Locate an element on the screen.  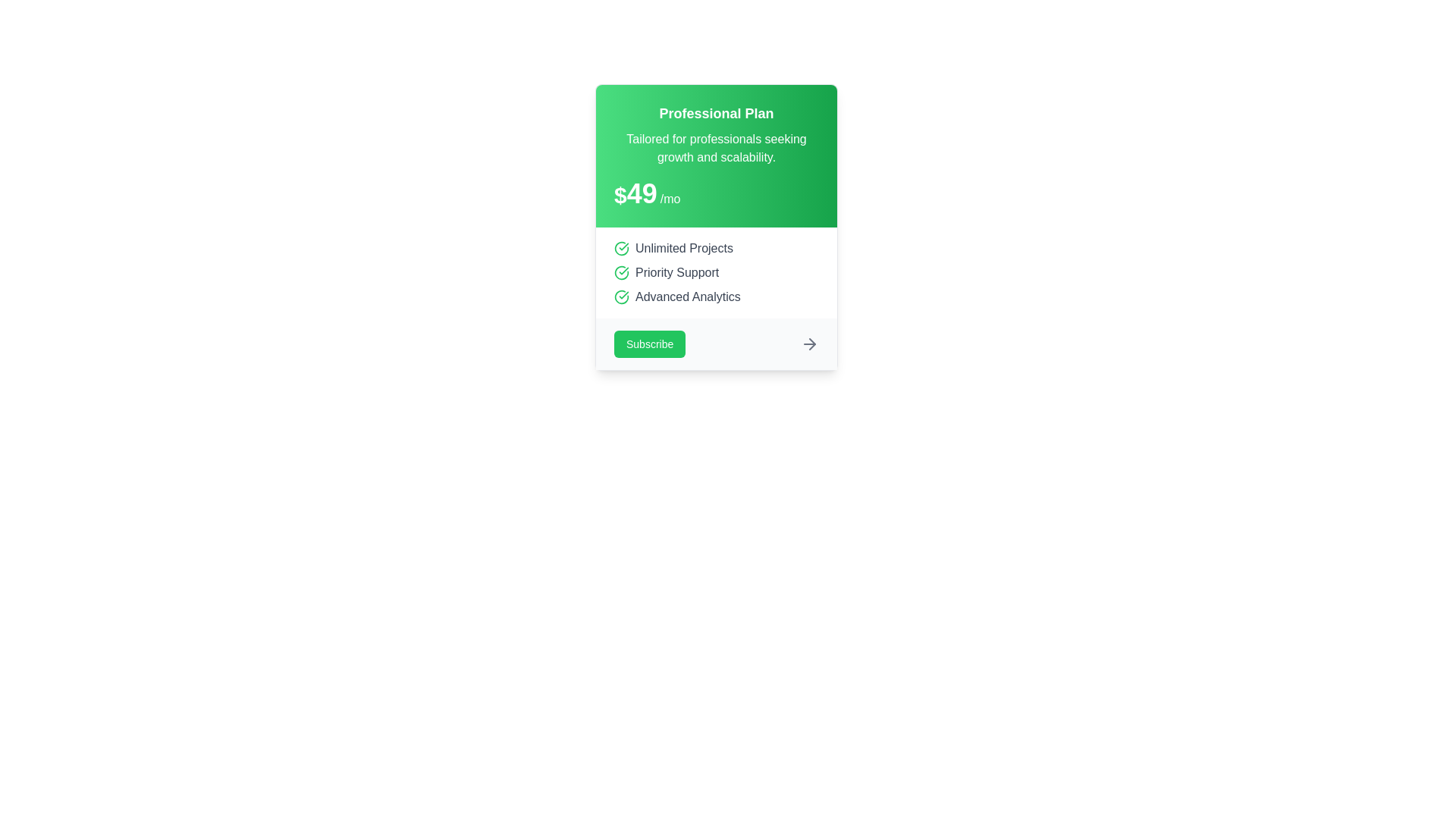
the subscription button located at the bottom-left of its card layout to initiate the subscription action is located at coordinates (650, 344).